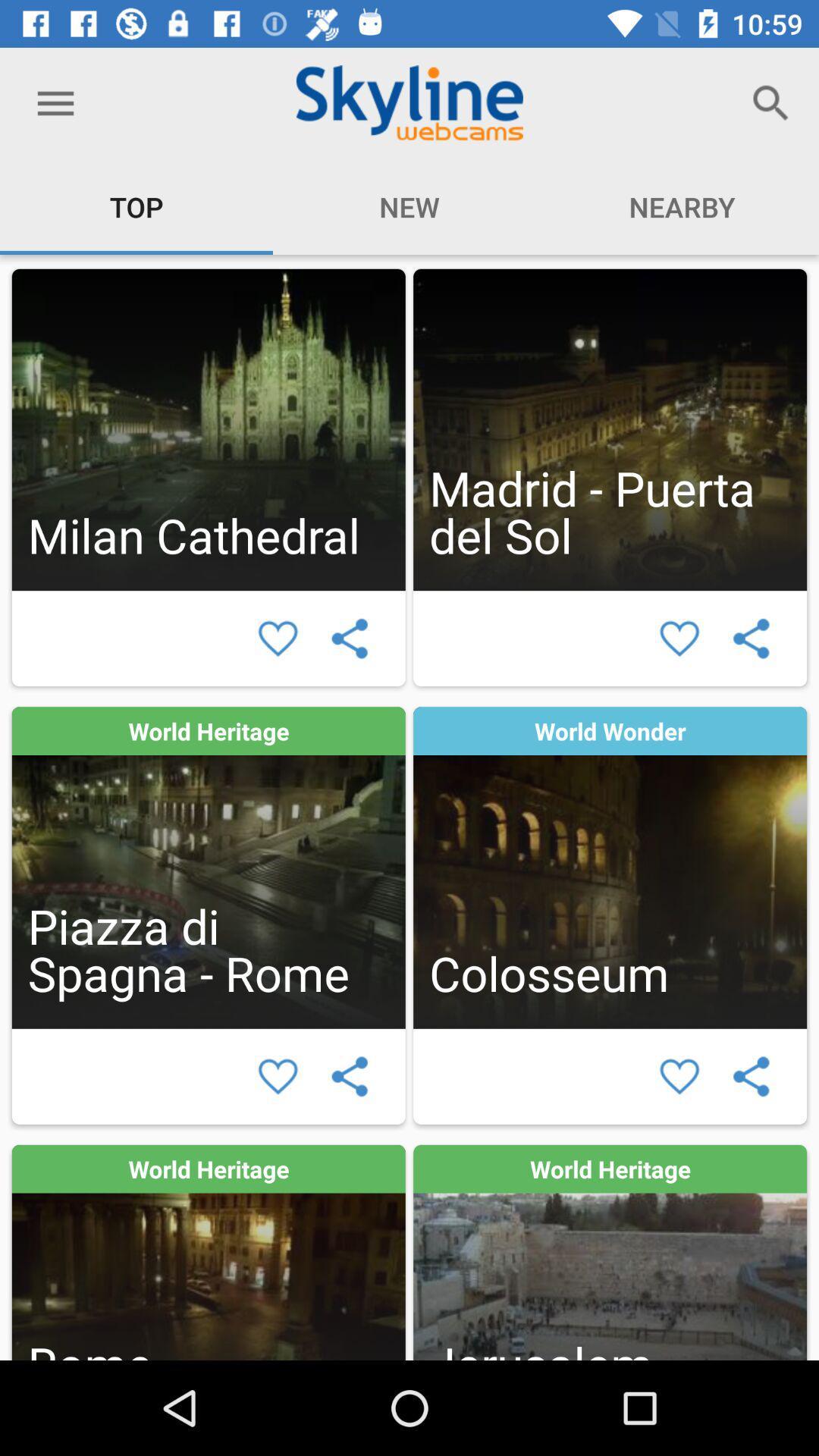 This screenshot has height=1456, width=819. Describe the element at coordinates (55, 102) in the screenshot. I see `the item above the top item` at that location.